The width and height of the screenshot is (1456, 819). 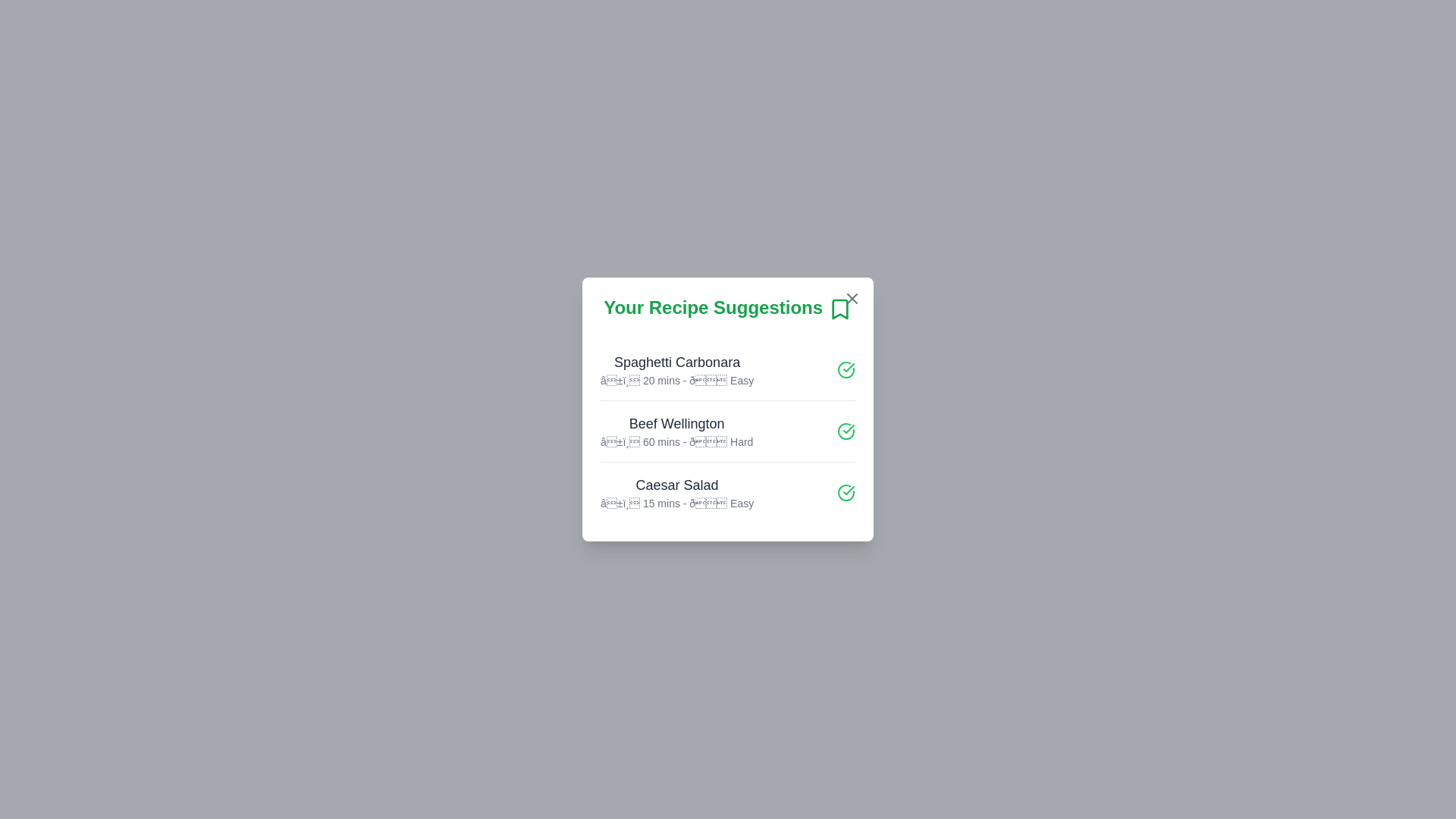 What do you see at coordinates (846, 491) in the screenshot?
I see `the check icon for the recipe Caesar Salad` at bounding box center [846, 491].